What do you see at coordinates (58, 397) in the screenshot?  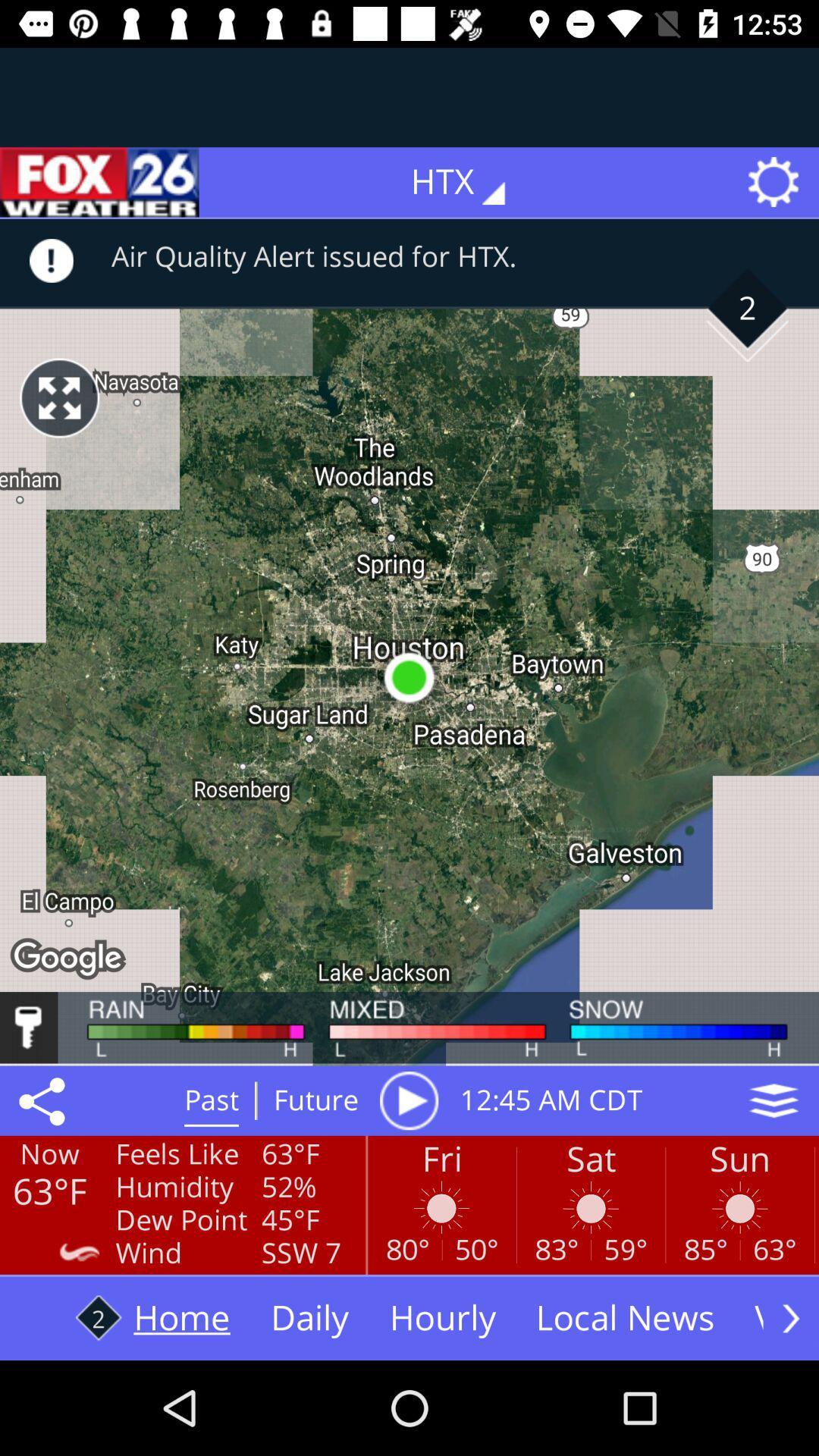 I see `icon next to 2 item` at bounding box center [58, 397].